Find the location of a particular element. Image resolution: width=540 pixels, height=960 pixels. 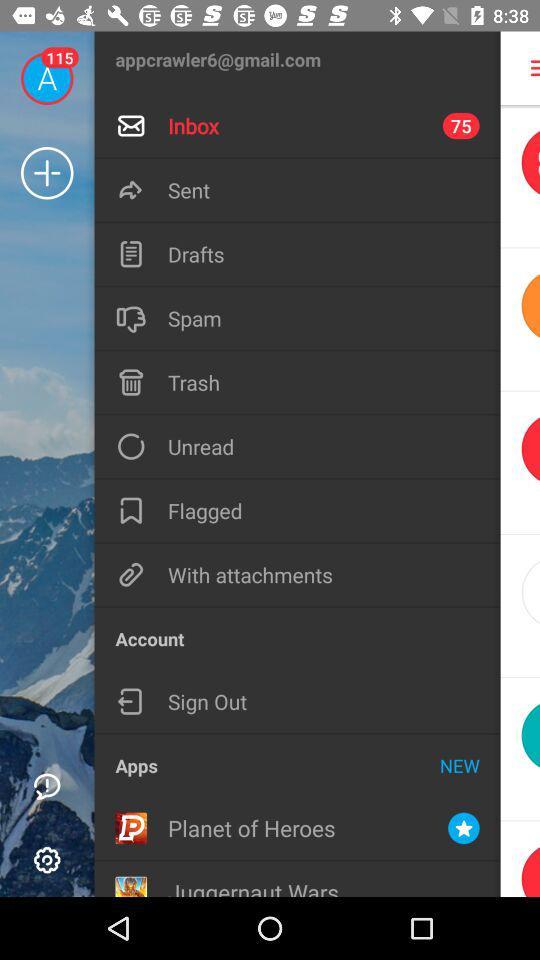

the arrow_backward icon is located at coordinates (520, 605).